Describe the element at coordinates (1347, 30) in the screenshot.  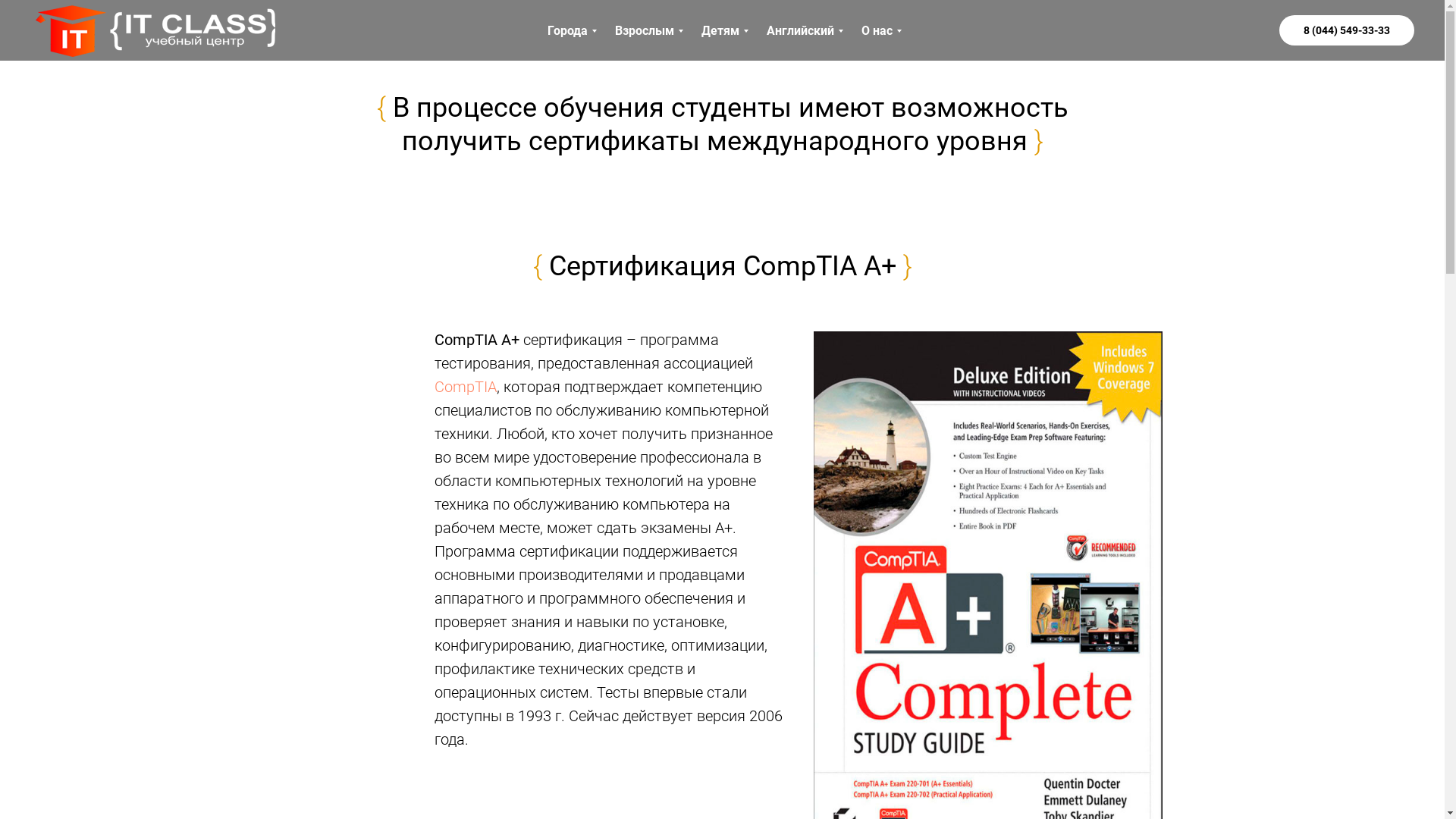
I see `'8 (044) 549-33-33'` at that location.